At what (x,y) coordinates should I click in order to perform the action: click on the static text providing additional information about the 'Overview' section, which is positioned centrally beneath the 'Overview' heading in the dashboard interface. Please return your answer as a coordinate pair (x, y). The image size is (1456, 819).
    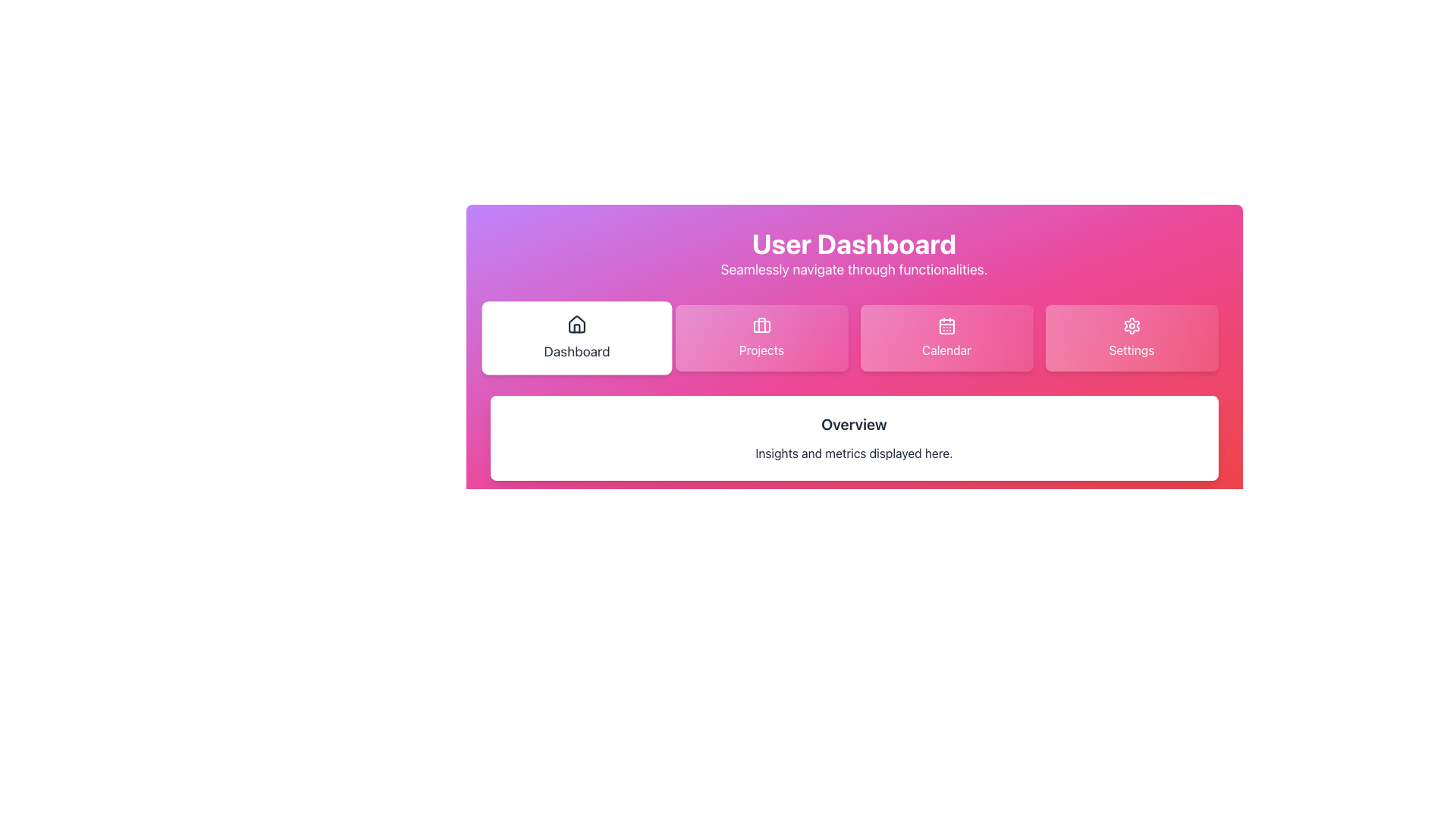
    Looking at the image, I should click on (854, 452).